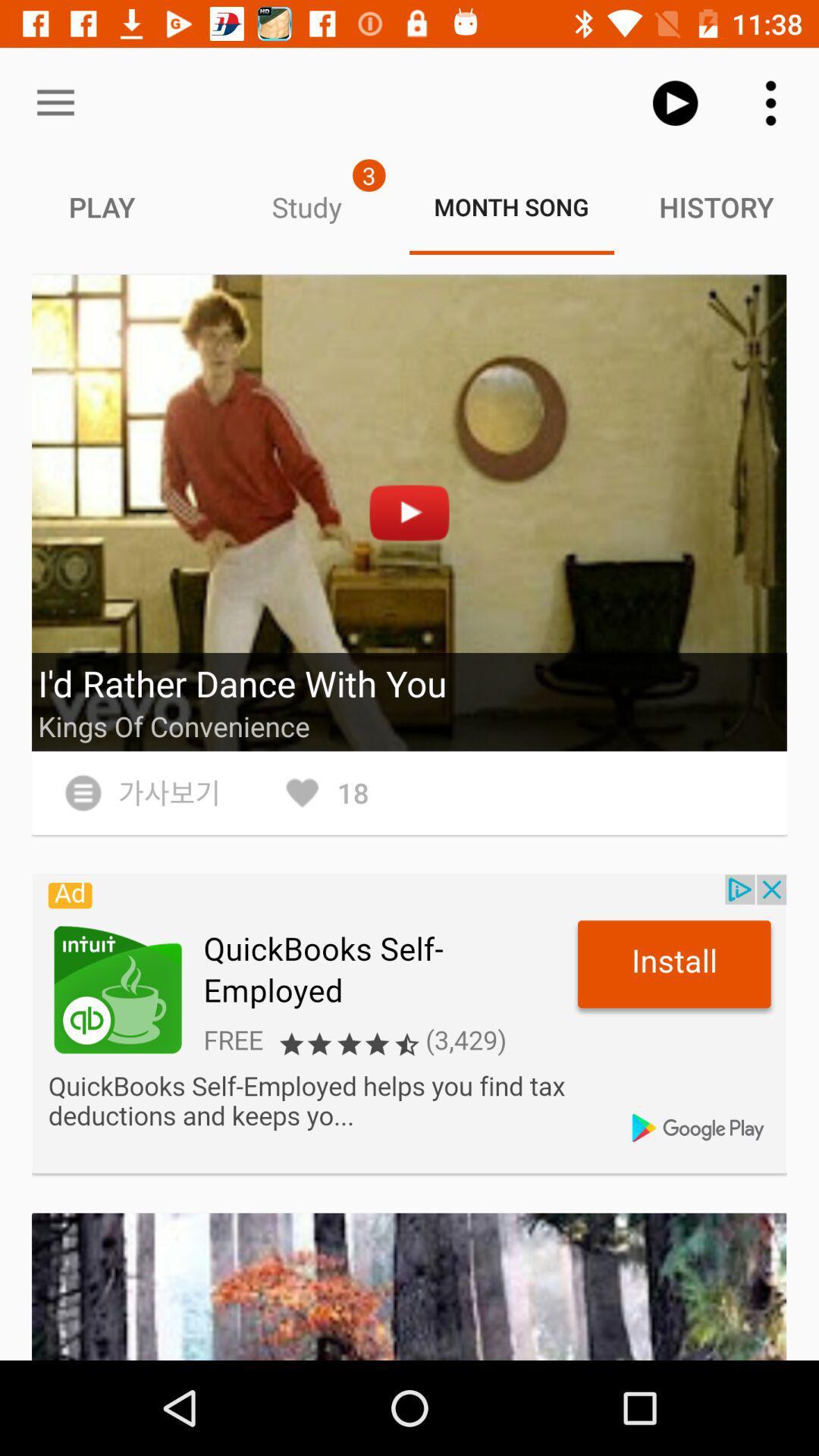 The image size is (819, 1456). What do you see at coordinates (717, 206) in the screenshot?
I see `tab right to the text month song` at bounding box center [717, 206].